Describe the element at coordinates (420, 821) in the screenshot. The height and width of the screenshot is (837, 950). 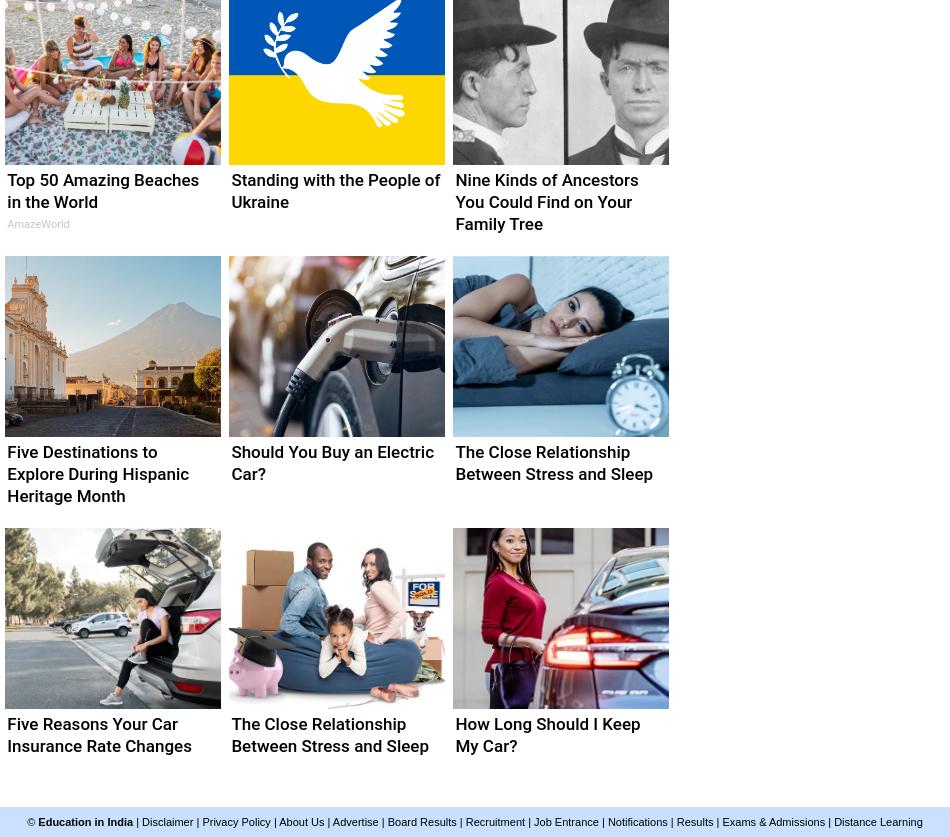
I see `'Board Results'` at that location.